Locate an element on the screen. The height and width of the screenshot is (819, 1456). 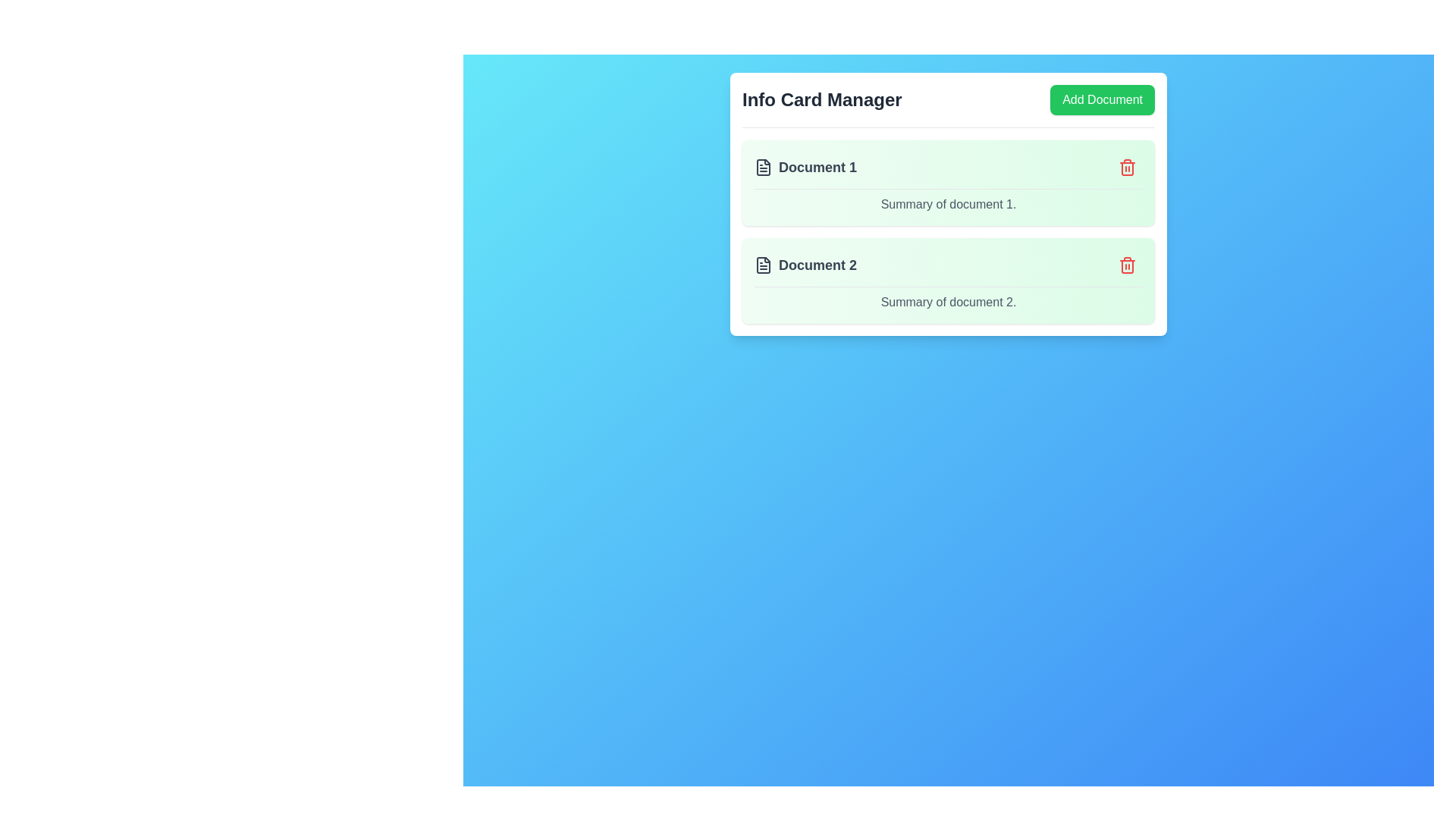
the Label with Icon that indicates the title of the document, positioned at the top of the first card in a vertical list is located at coordinates (805, 167).